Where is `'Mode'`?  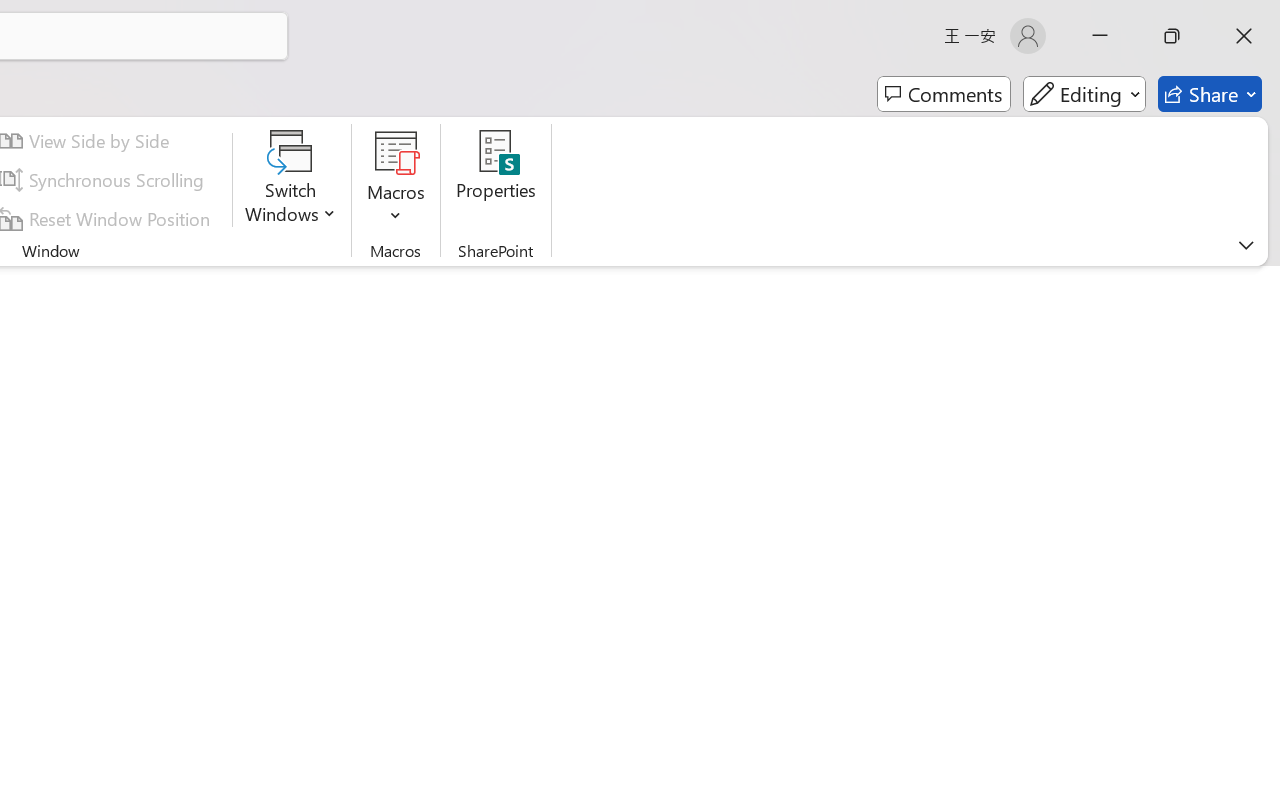
'Mode' is located at coordinates (1083, 94).